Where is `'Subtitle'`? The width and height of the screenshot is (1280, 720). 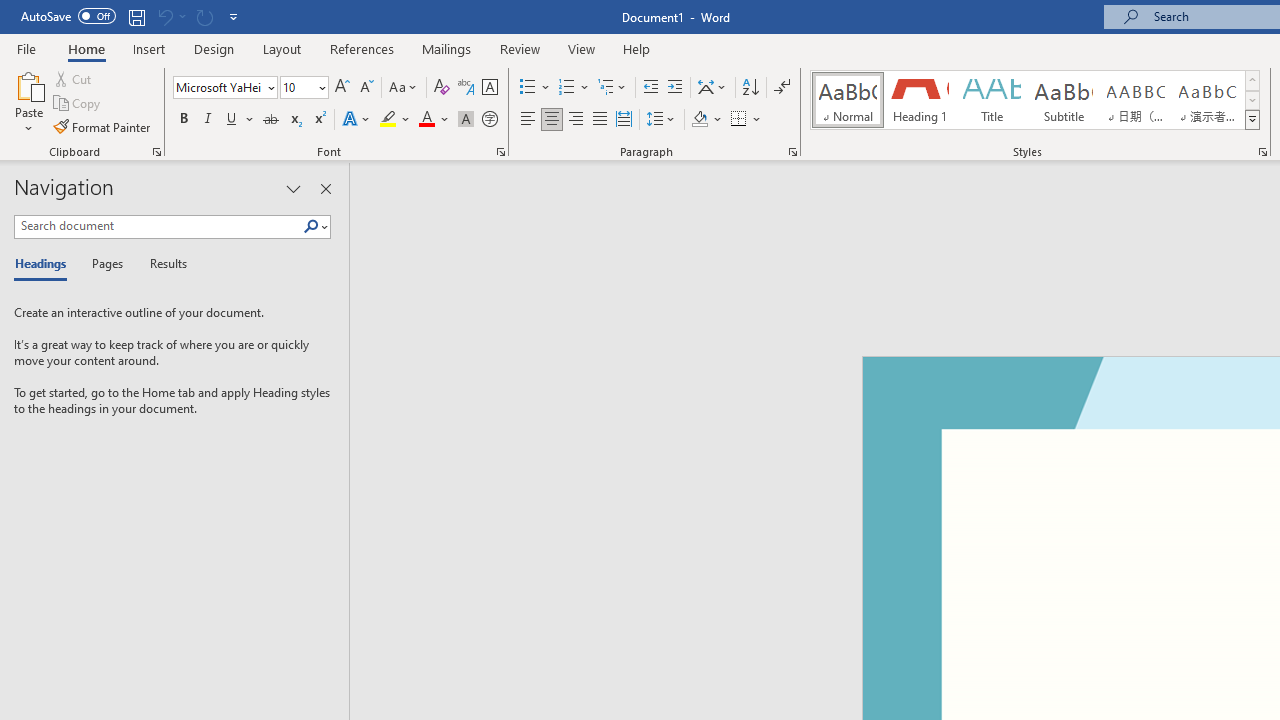 'Subtitle' is located at coordinates (1062, 100).